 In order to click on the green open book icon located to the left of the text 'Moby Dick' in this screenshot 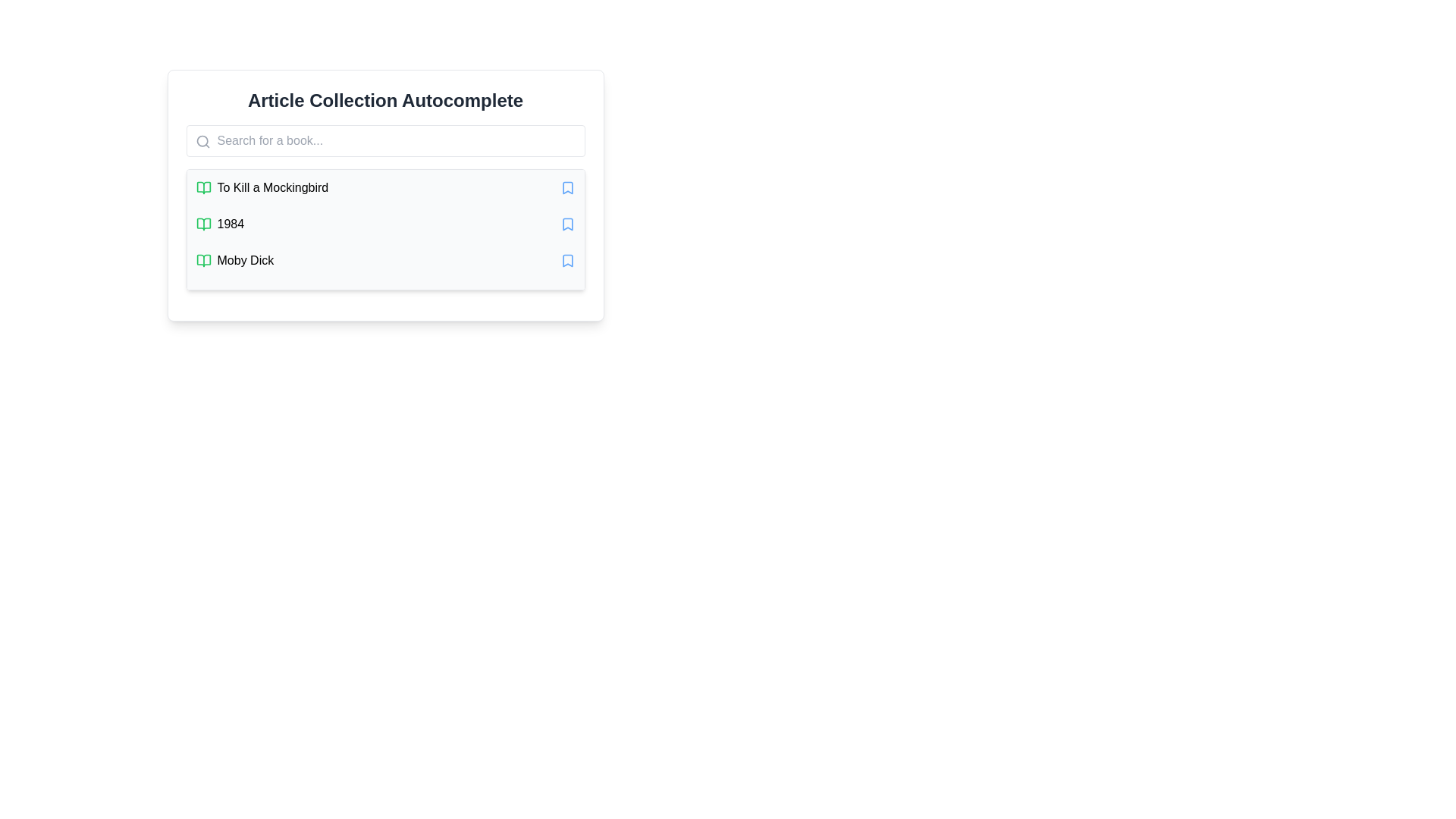, I will do `click(202, 259)`.